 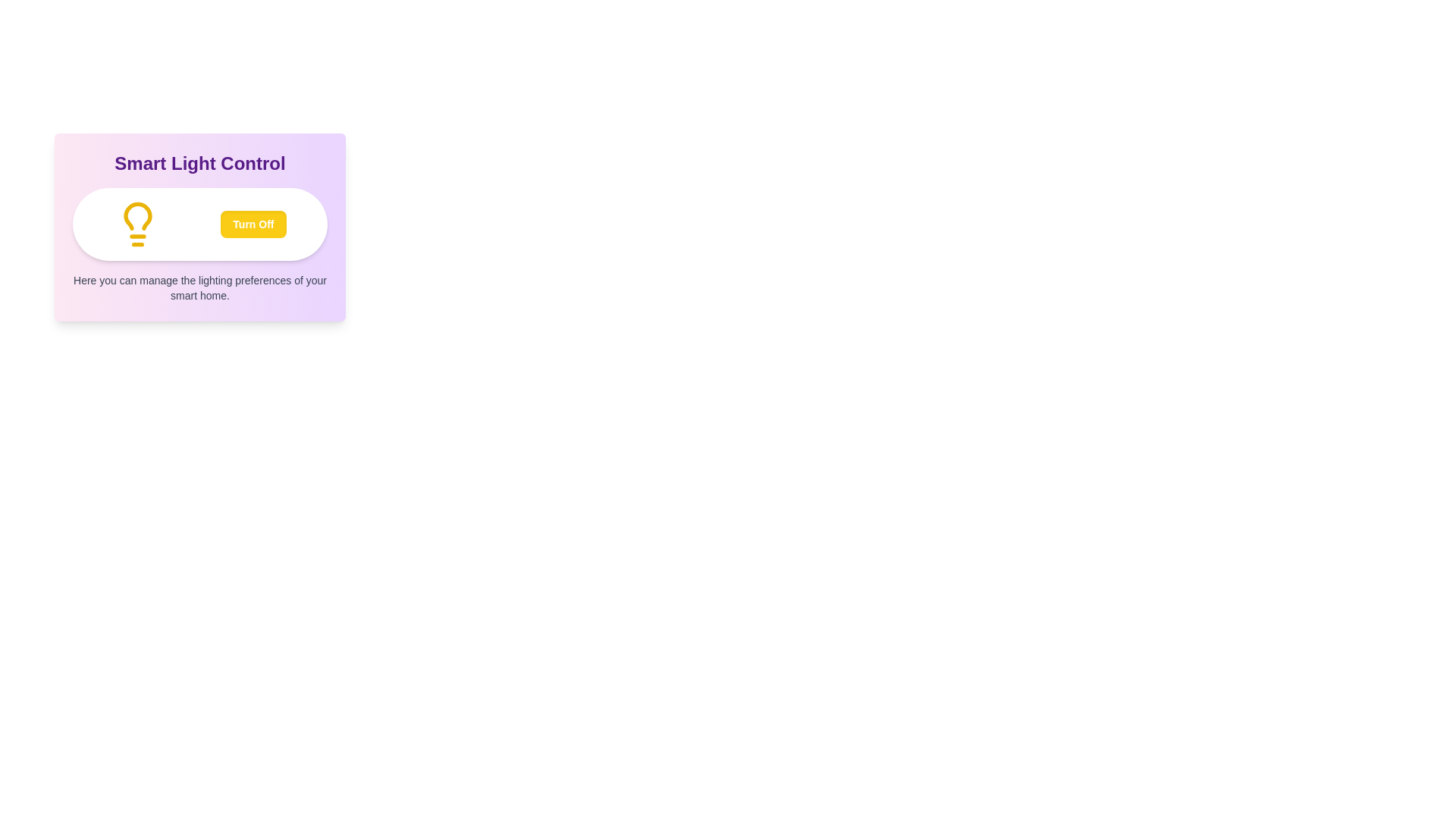 I want to click on the 'Turn Off' button to toggle the light state, so click(x=253, y=224).